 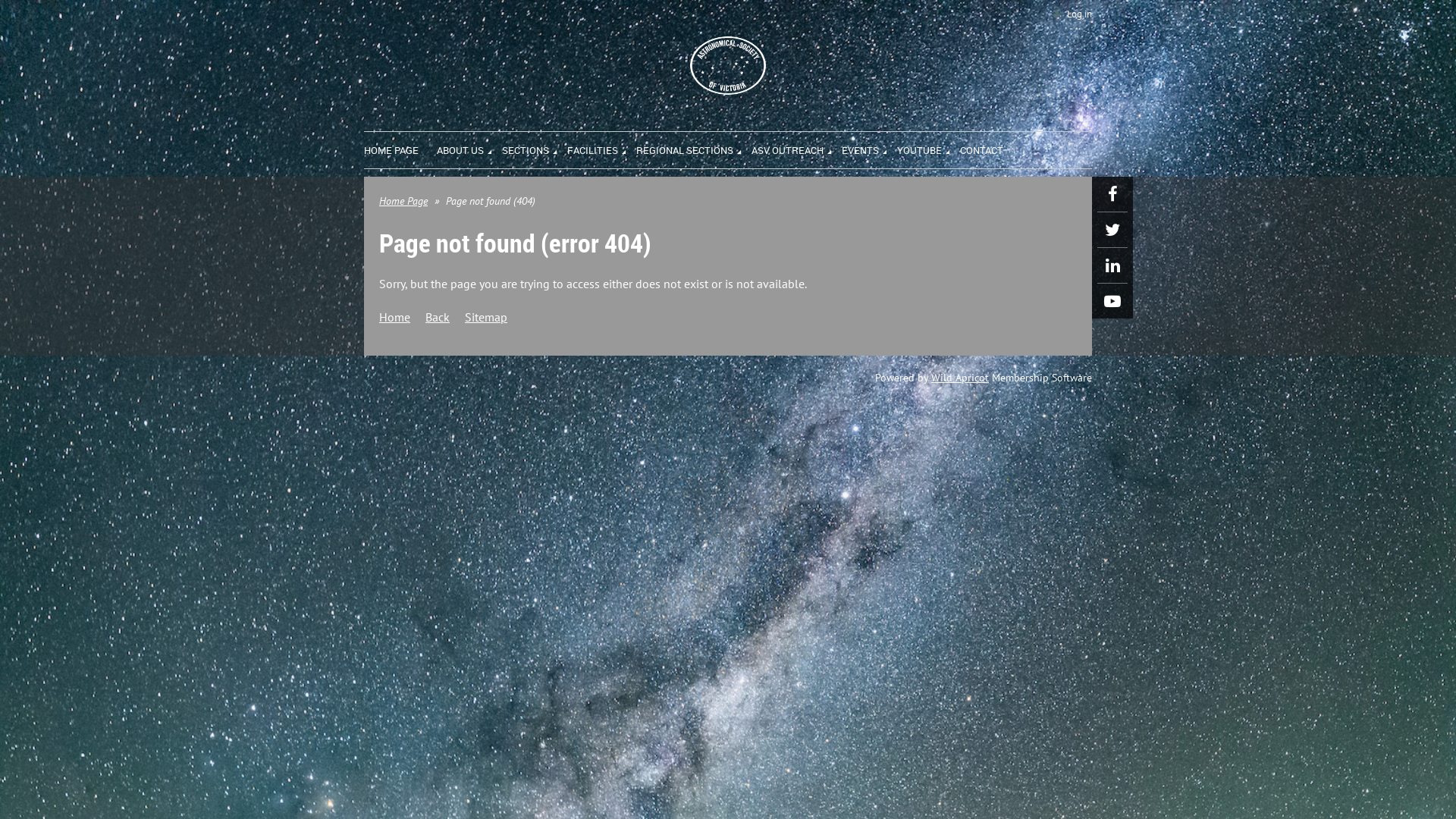 I want to click on 'Back', so click(x=436, y=315).